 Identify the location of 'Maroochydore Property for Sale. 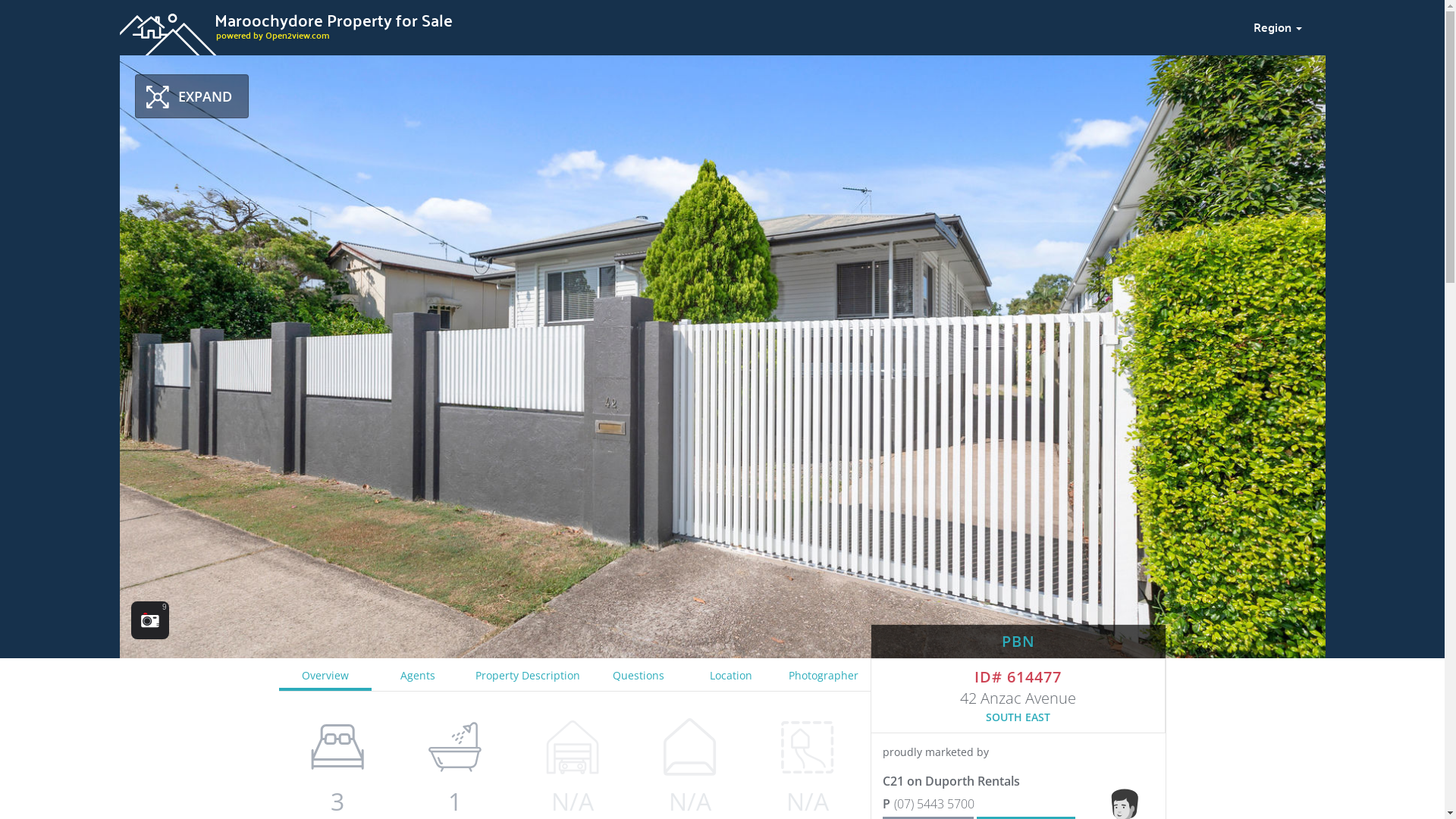
(676, 25).